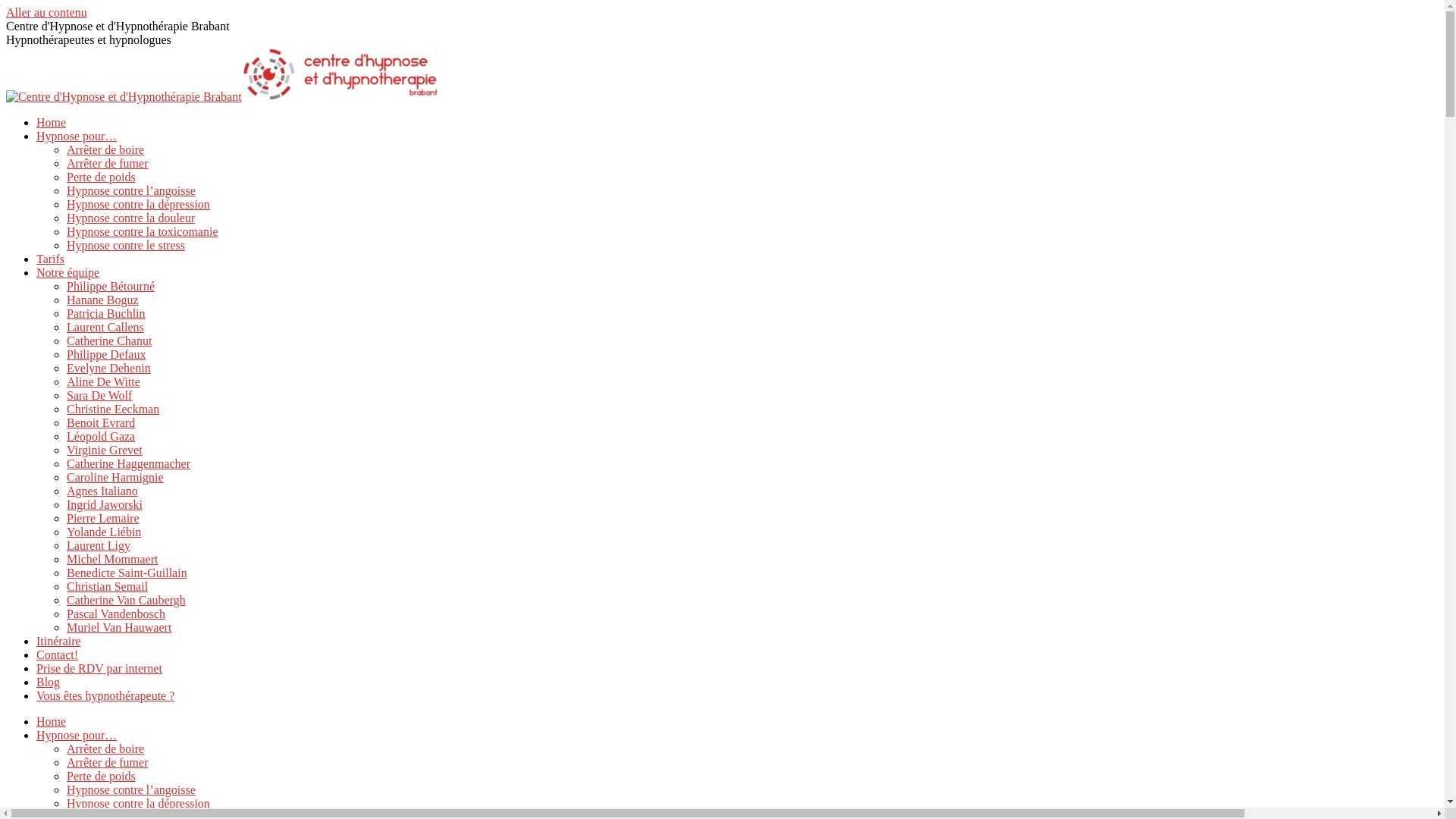 Image resolution: width=1456 pixels, height=819 pixels. What do you see at coordinates (105, 354) in the screenshot?
I see `'Philippe Defaux'` at bounding box center [105, 354].